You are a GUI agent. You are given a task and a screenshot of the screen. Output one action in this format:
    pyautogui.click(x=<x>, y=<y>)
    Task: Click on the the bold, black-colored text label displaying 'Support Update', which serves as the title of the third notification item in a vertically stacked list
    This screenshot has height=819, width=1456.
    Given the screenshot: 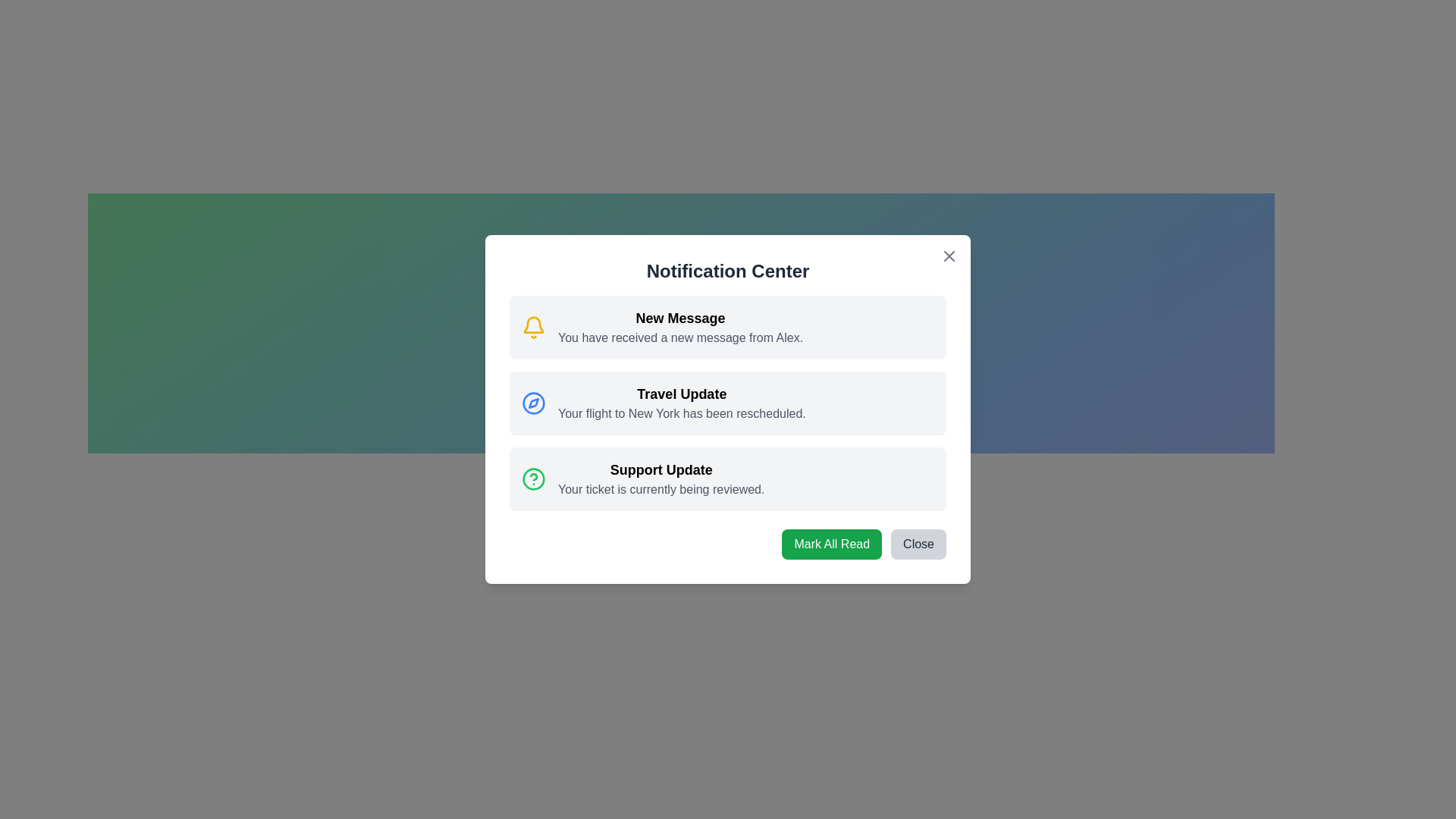 What is the action you would take?
    pyautogui.click(x=661, y=469)
    